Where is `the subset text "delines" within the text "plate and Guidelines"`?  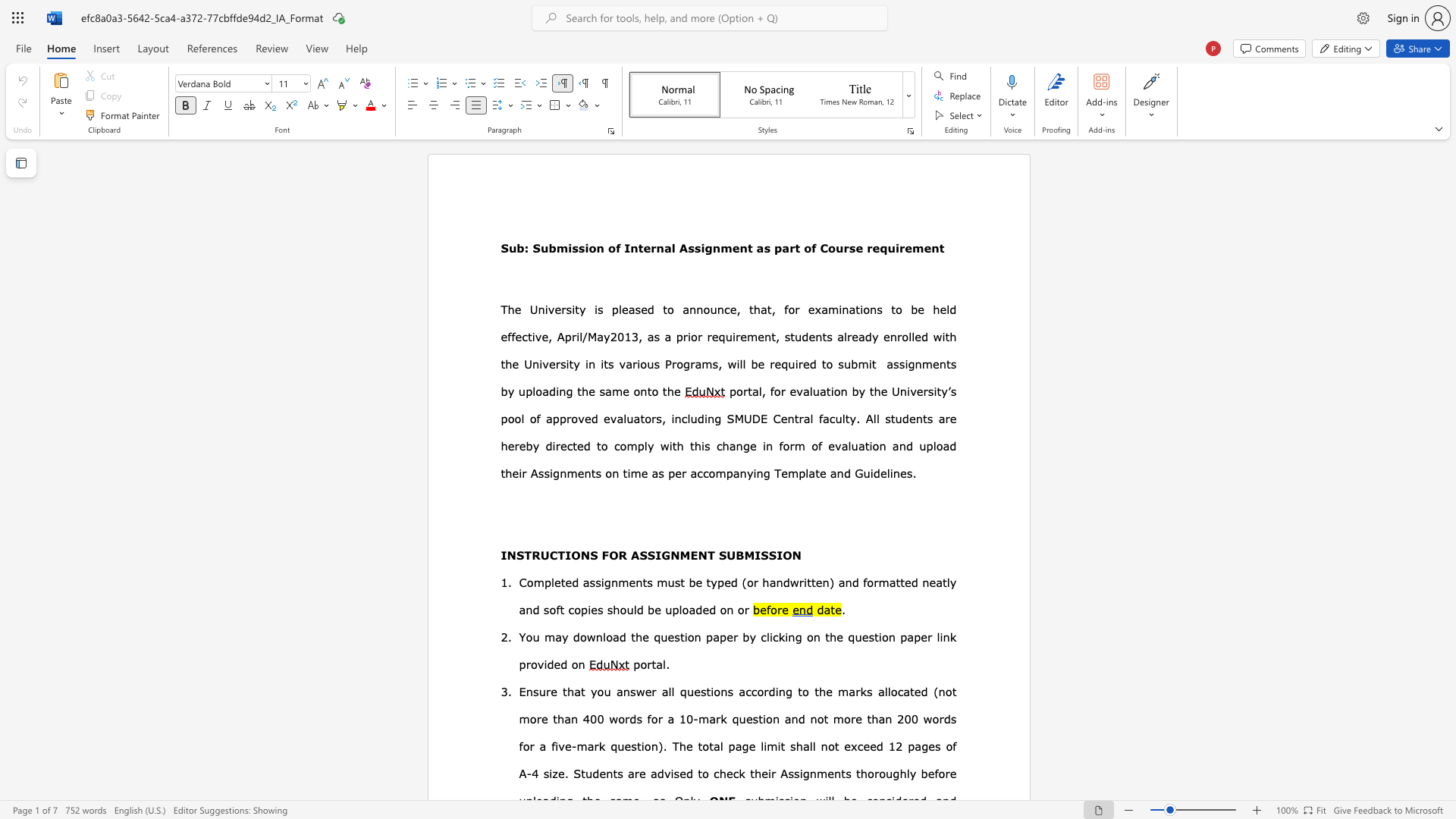 the subset text "delines" within the text "plate and Guidelines" is located at coordinates (873, 472).